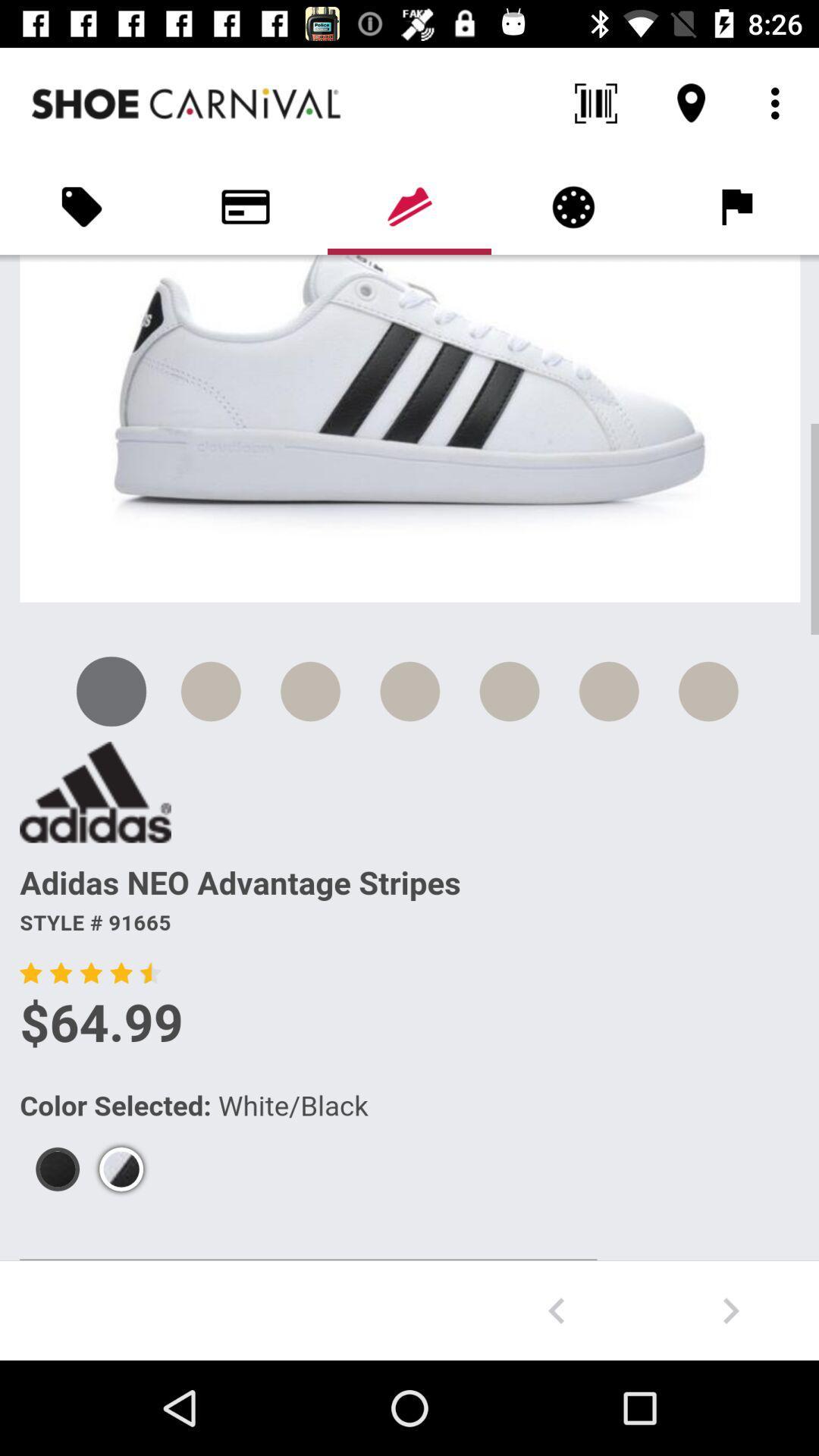  I want to click on previous product, so click(556, 1310).